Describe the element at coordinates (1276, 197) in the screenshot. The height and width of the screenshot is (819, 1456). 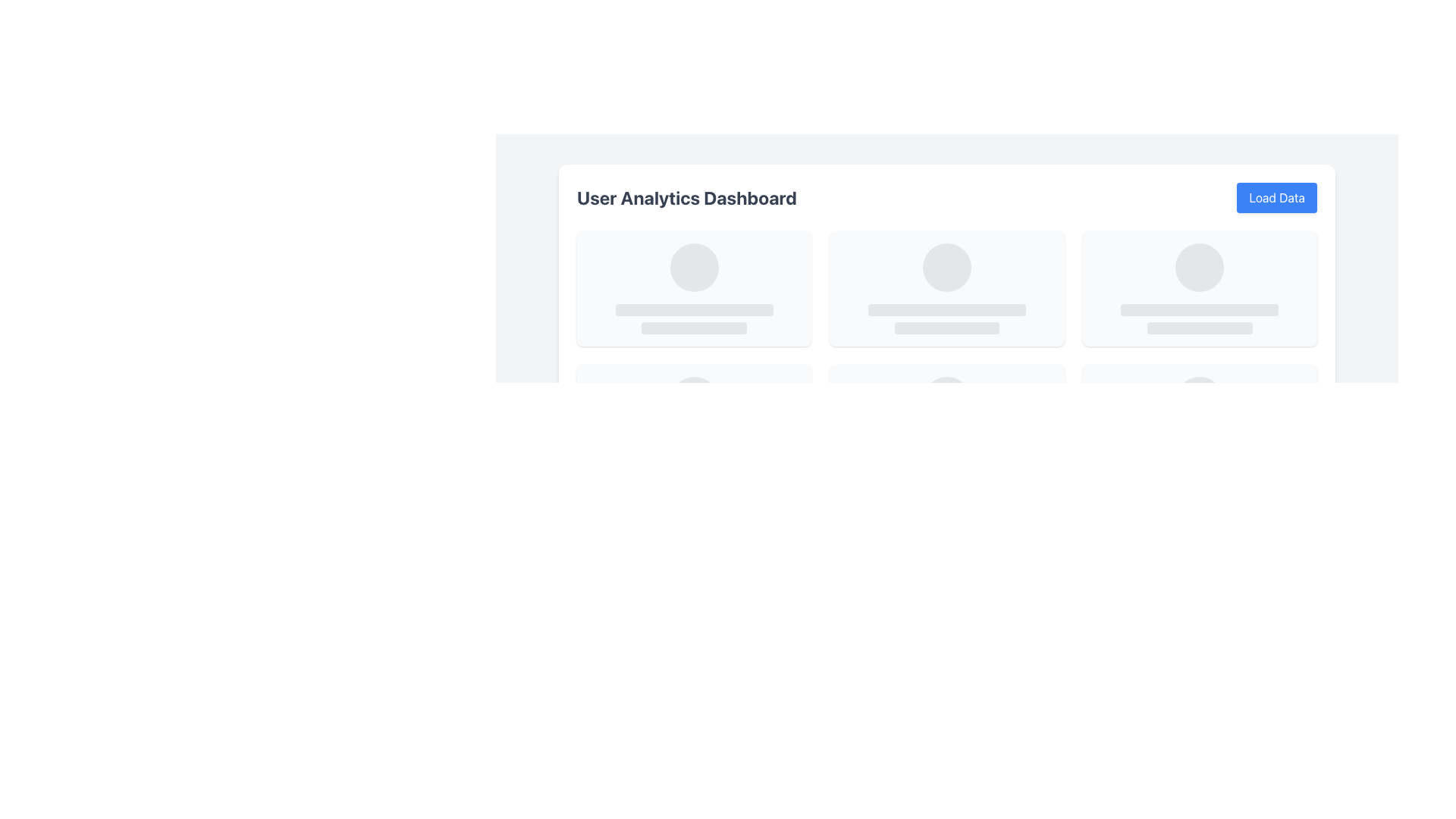
I see `the button located at the top-right corner of the 'User Analytics Dashboard'` at that location.